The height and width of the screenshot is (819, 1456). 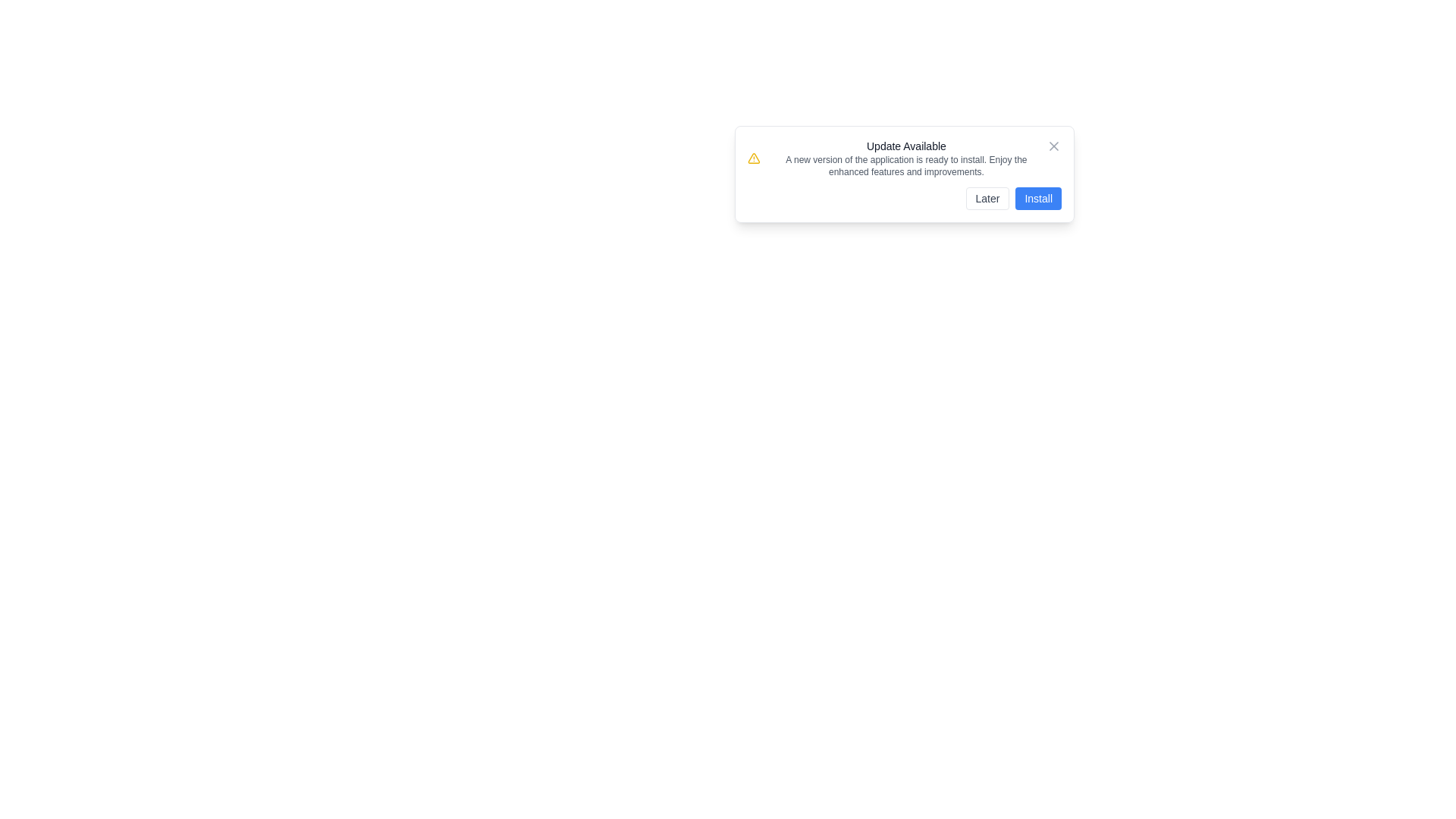 I want to click on message in the notification header titled 'Update Available', which includes a warning icon and a 'Close' icon to the right, so click(x=905, y=158).